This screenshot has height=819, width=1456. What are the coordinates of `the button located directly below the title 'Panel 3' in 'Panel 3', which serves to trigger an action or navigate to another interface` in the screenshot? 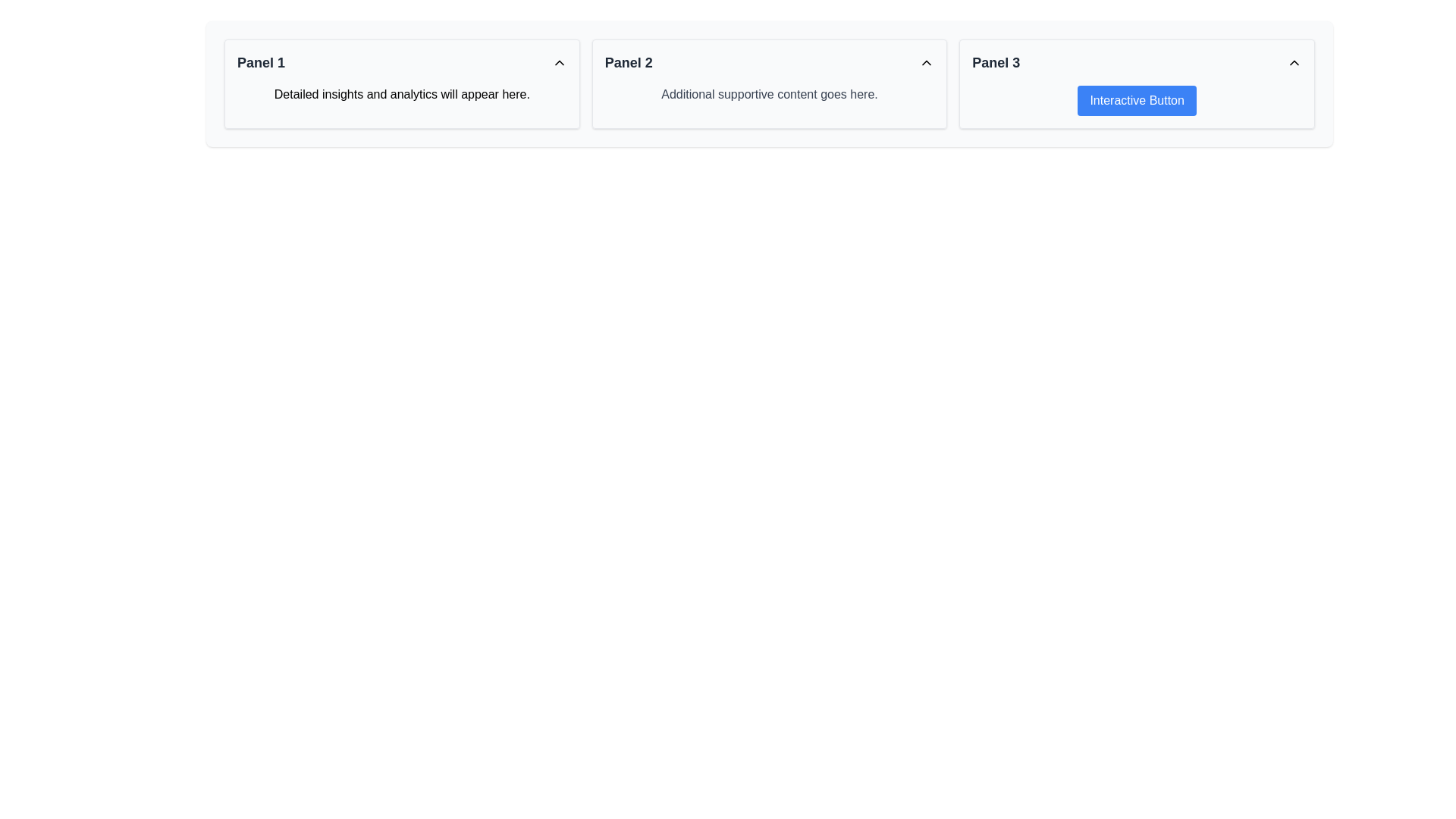 It's located at (1137, 100).